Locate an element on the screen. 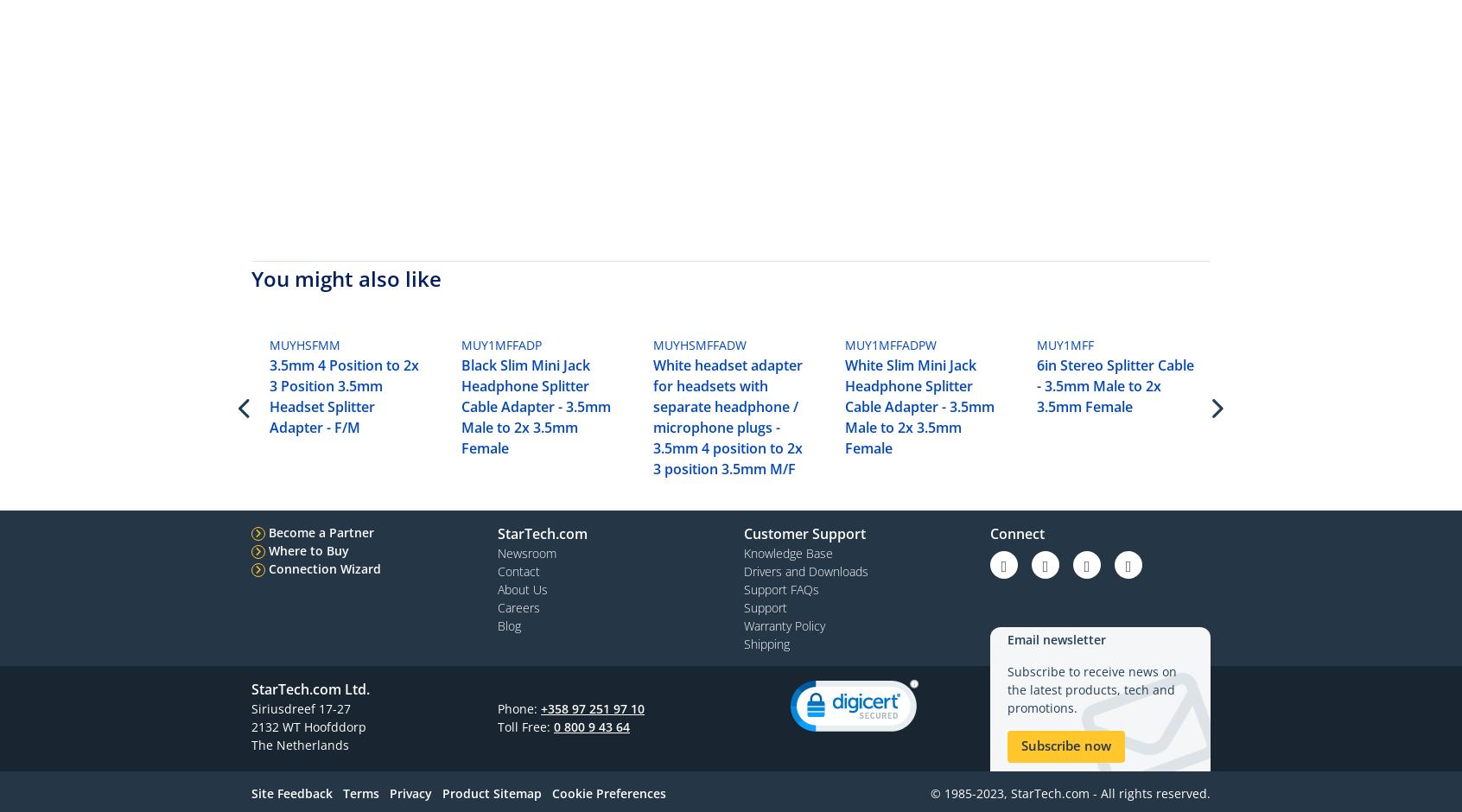 The width and height of the screenshot is (1462, 812). '3.5mm 4 Position to 2x 3 Position 3.5mm Headset Splitter Adapter - F/M' is located at coordinates (344, 394).